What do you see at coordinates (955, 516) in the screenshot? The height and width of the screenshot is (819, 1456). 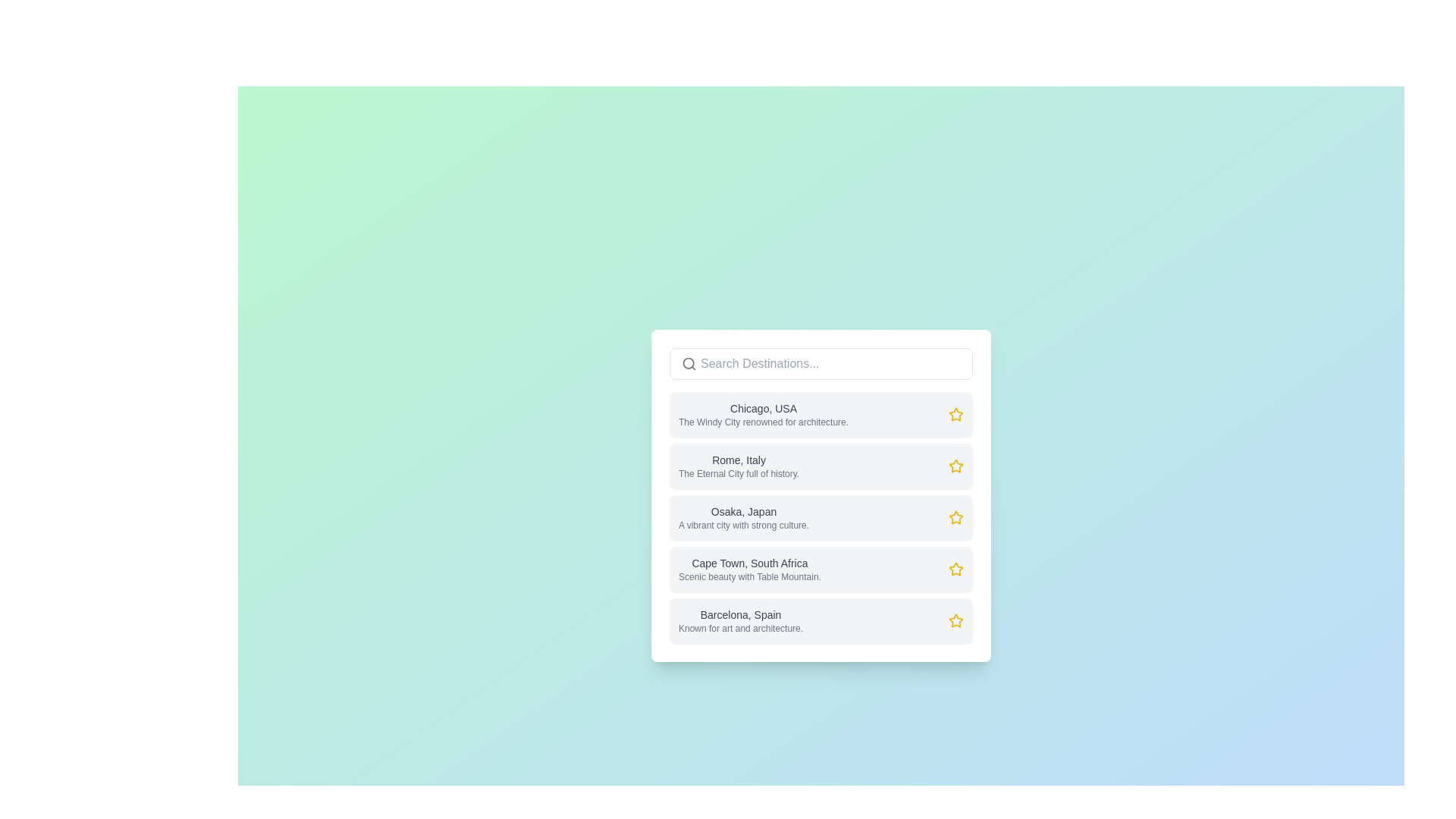 I see `the star icon` at bounding box center [955, 516].